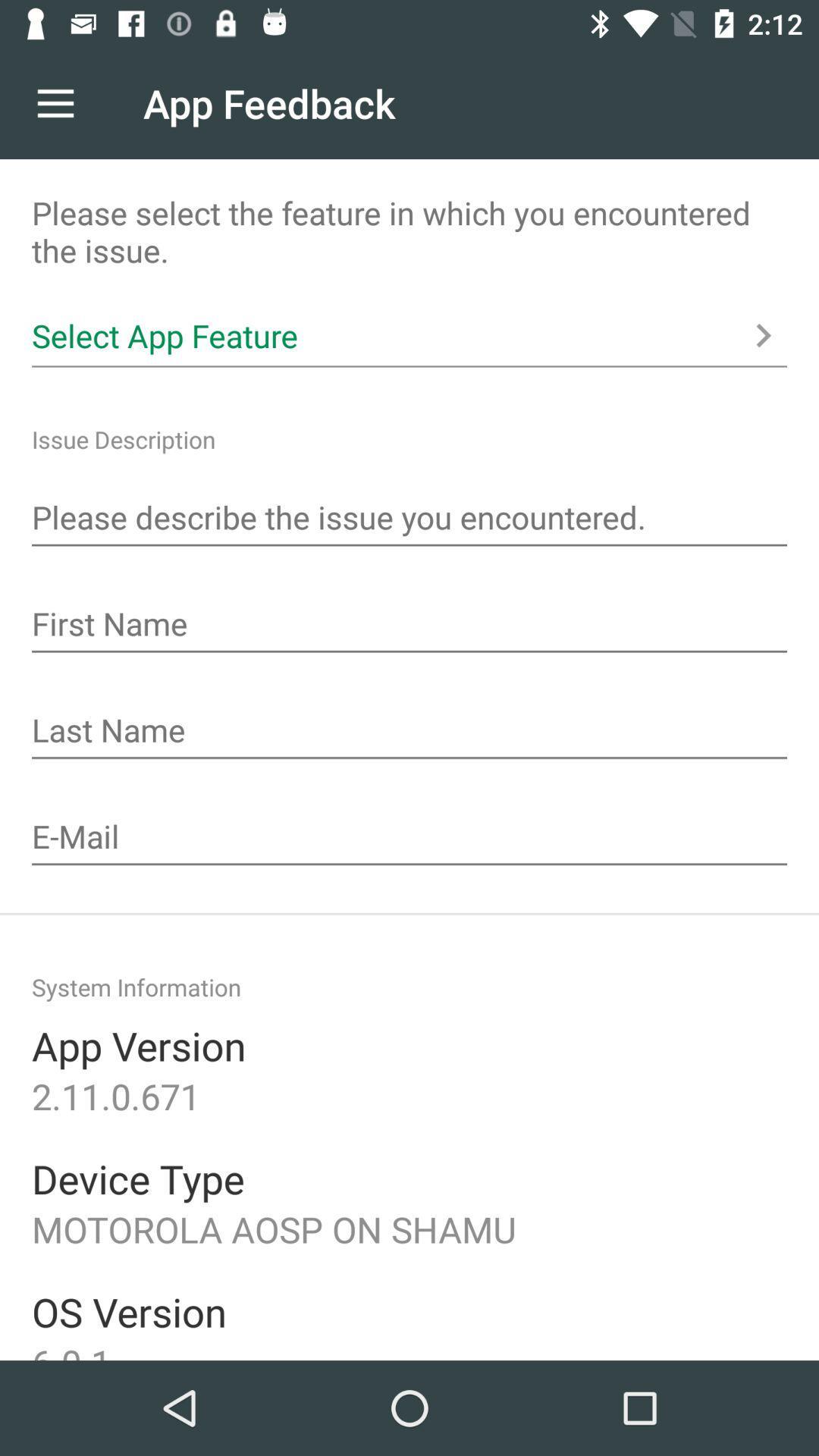 Image resolution: width=819 pixels, height=1456 pixels. I want to click on your last name, so click(409, 732).